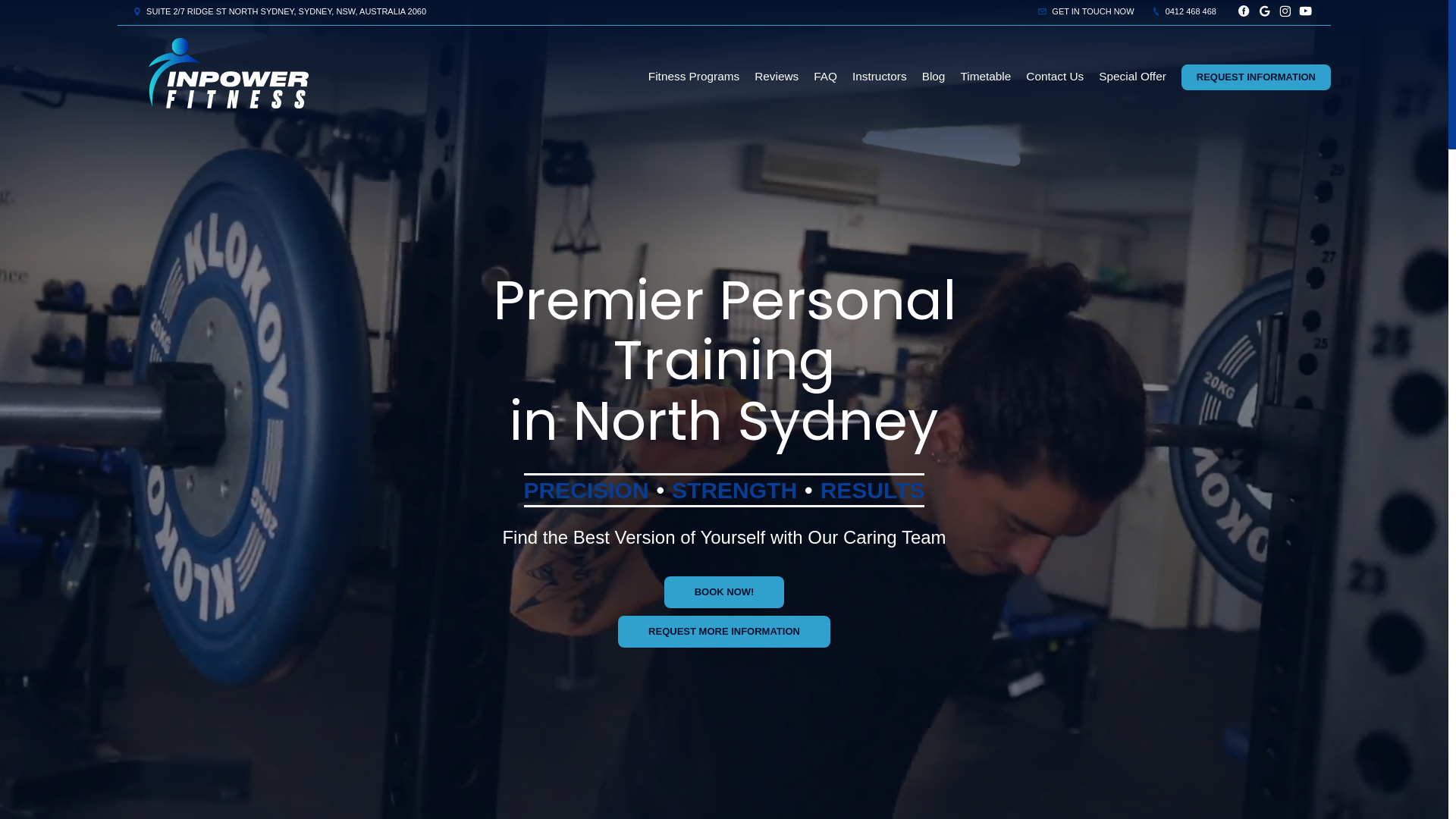  I want to click on 'Timetable', so click(985, 76).